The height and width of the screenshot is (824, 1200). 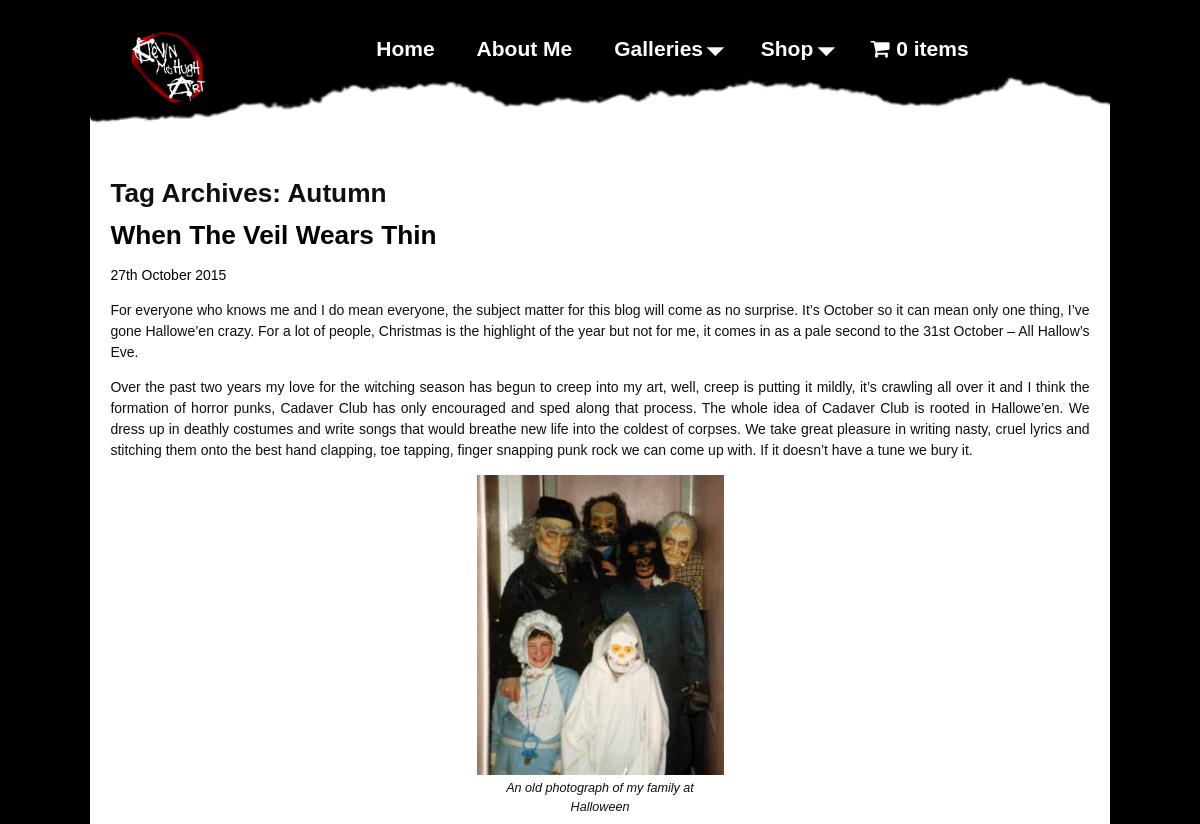 I want to click on 'Shop', so click(x=785, y=47).